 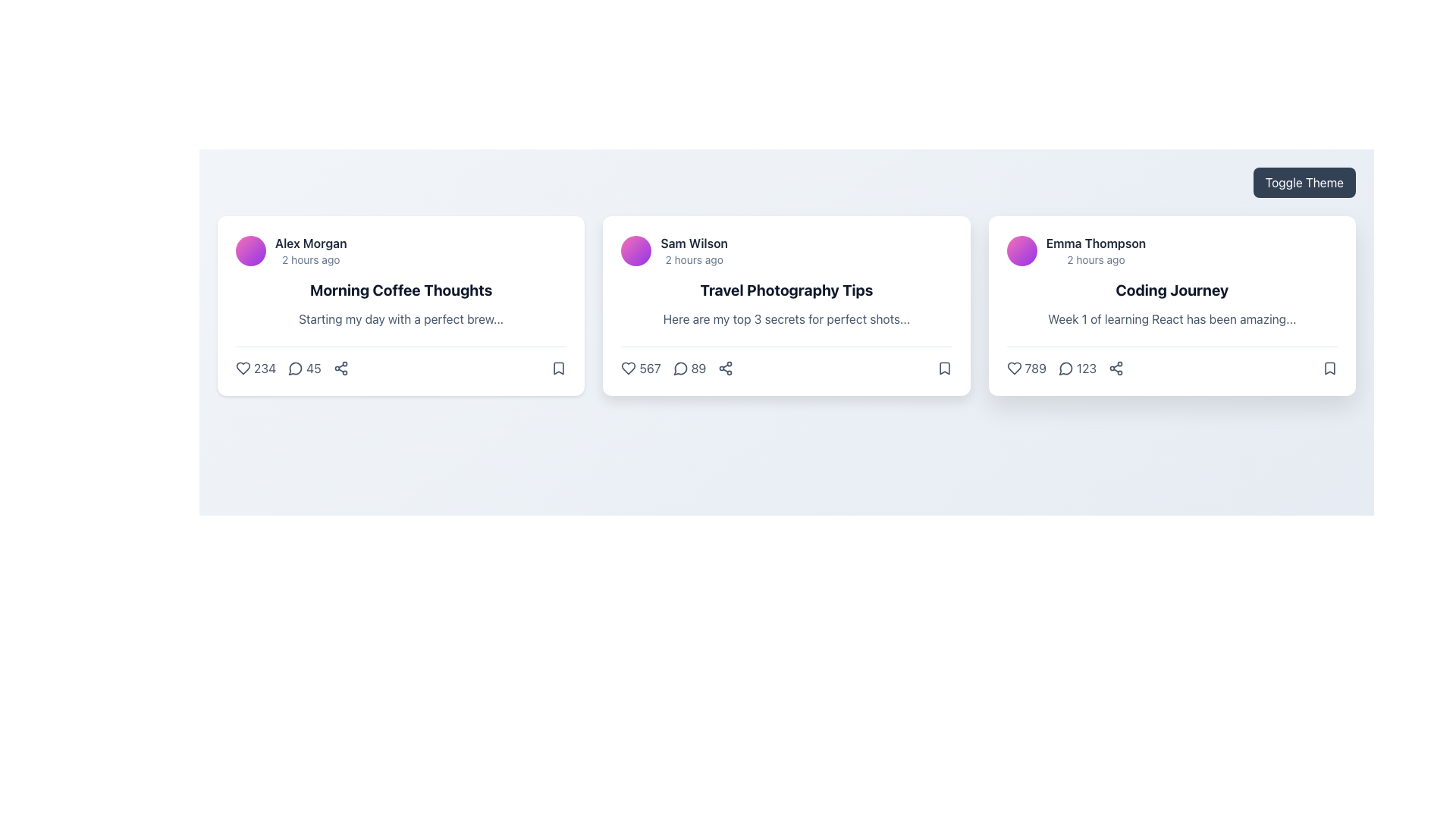 What do you see at coordinates (1021, 250) in the screenshot?
I see `the circular avatar with a gradient from pink to purple, located on the left side of 'Emma Thompson's' name in the card layout` at bounding box center [1021, 250].